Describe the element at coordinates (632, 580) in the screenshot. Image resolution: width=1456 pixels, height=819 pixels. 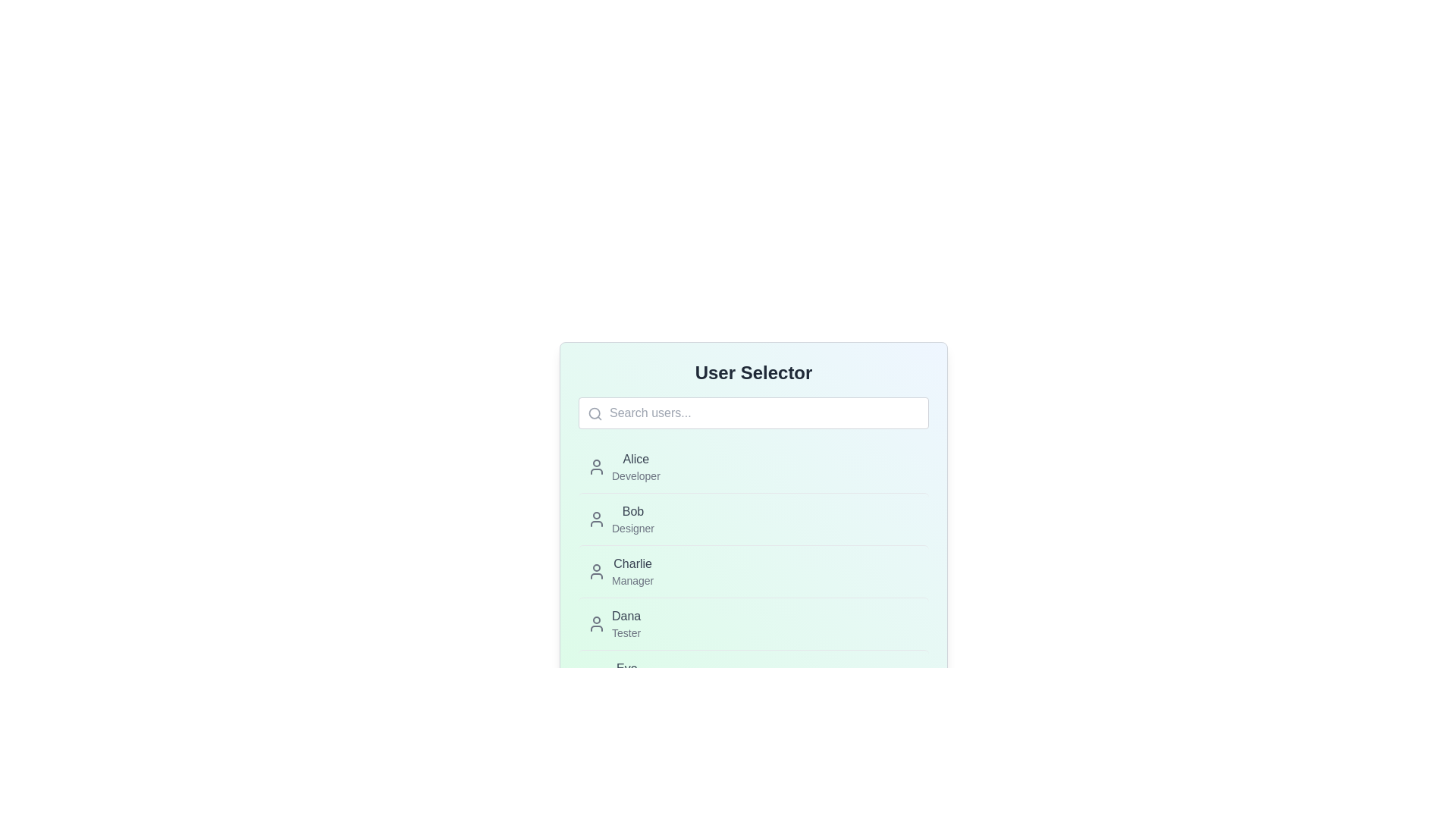
I see `the text label displaying the job title 'Manager' for the user 'Charlie', which is located in the third user list item card under 'User Selector'` at that location.